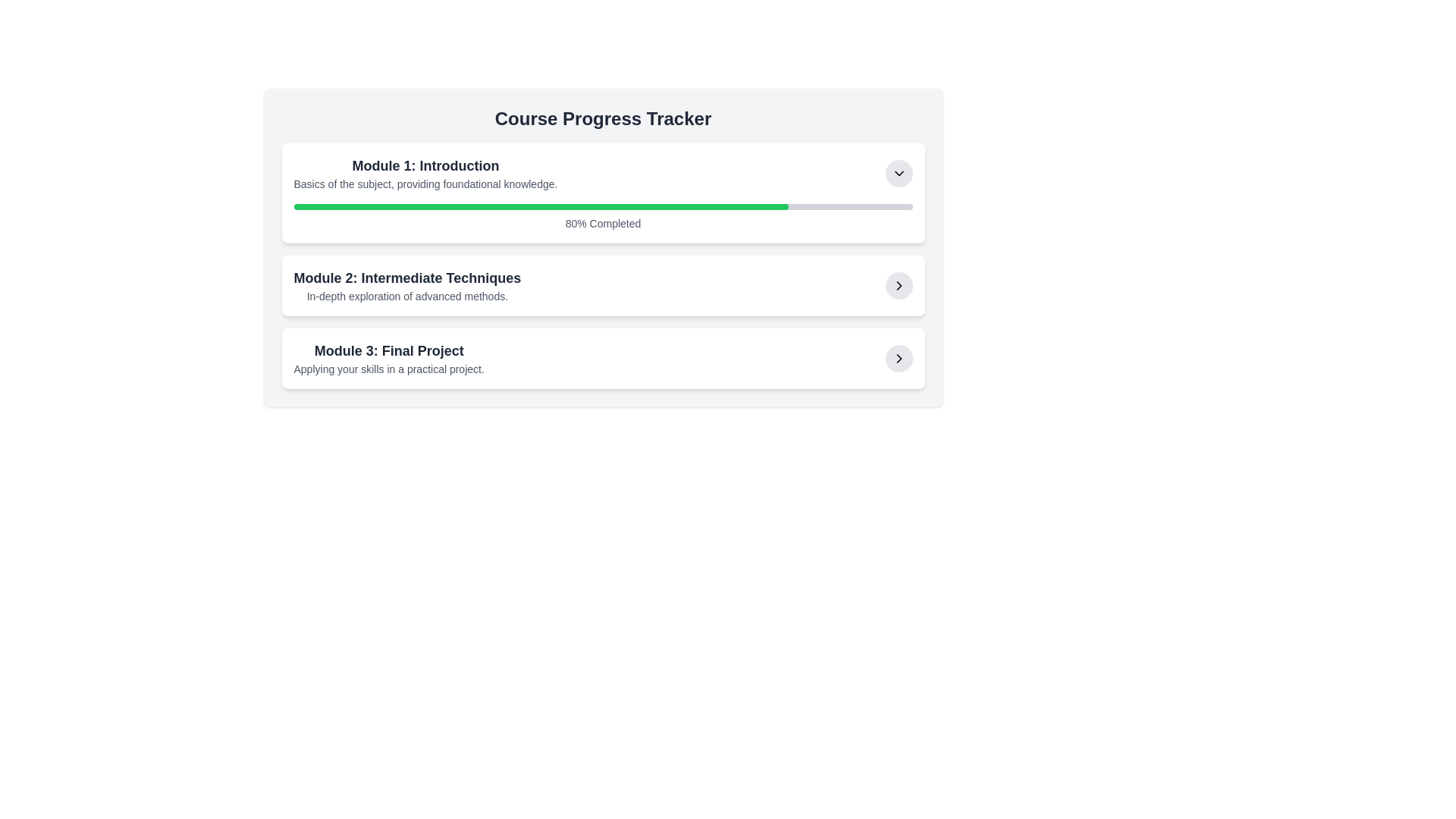  I want to click on the area surrounding the text block containing 'Basics of the subject, providing foundational knowledge.' which is styled in gray and located below 'Module 1: Introduction', so click(425, 184).